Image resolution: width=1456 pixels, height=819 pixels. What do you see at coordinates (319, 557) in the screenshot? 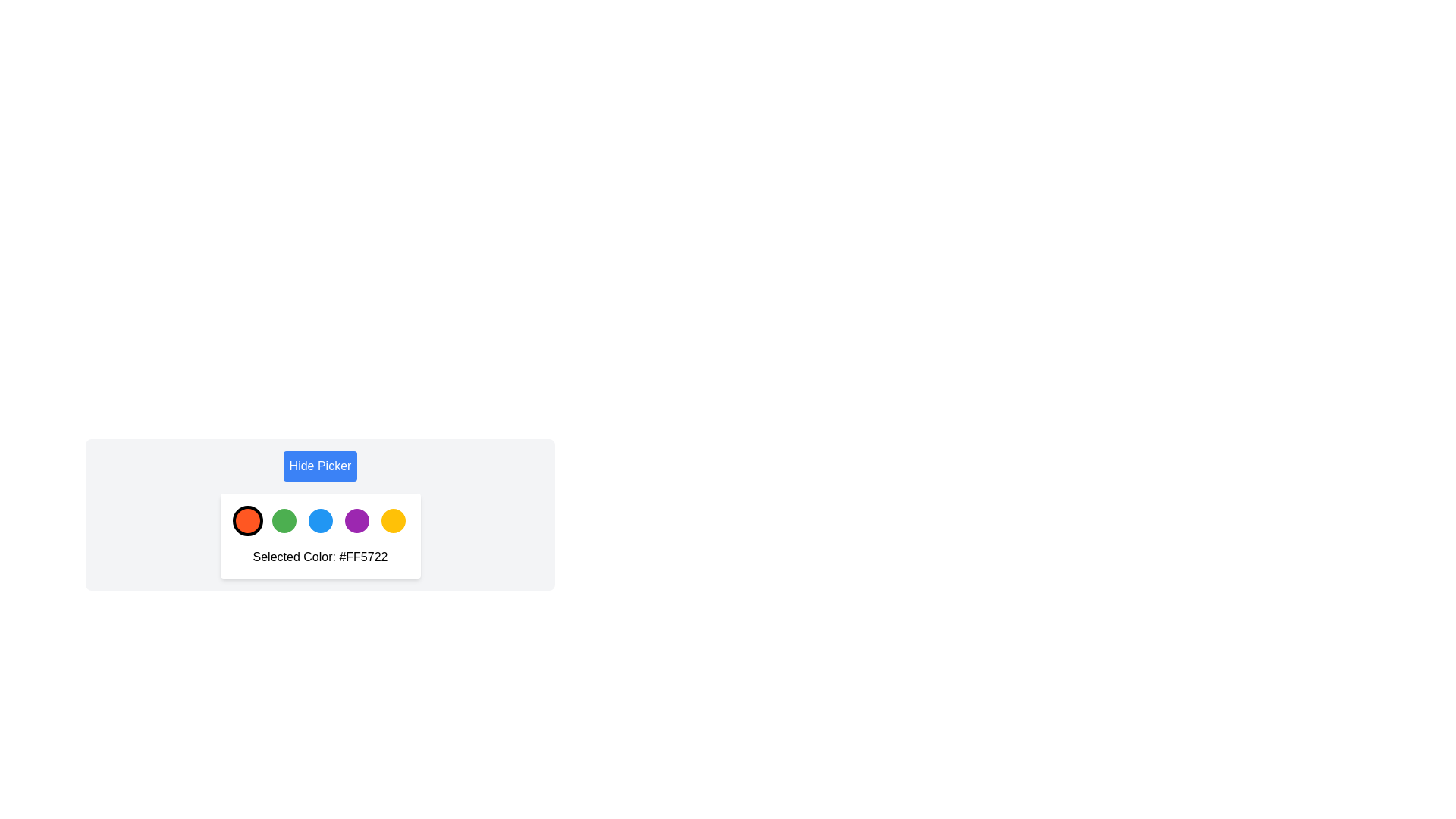
I see `displayed color value from the static text label showing 'Selected Color: #FF5722', which is located centered horizontally underneath a row of circular color indicators` at bounding box center [319, 557].